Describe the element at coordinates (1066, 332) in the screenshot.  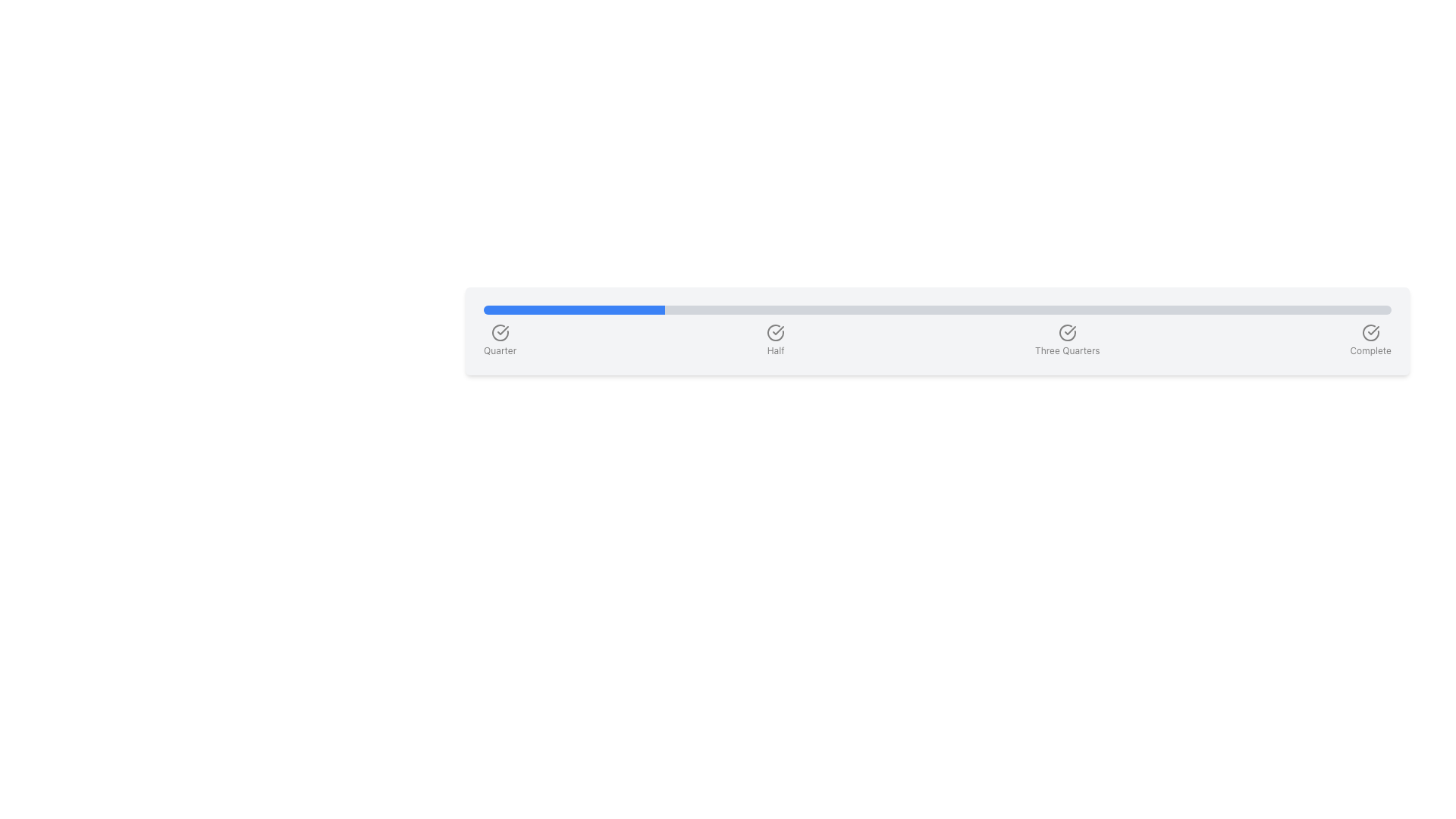
I see `the left arc of the SVG icon representing a circular checkmark in the third progress step labeled 'Three Quarters'` at that location.